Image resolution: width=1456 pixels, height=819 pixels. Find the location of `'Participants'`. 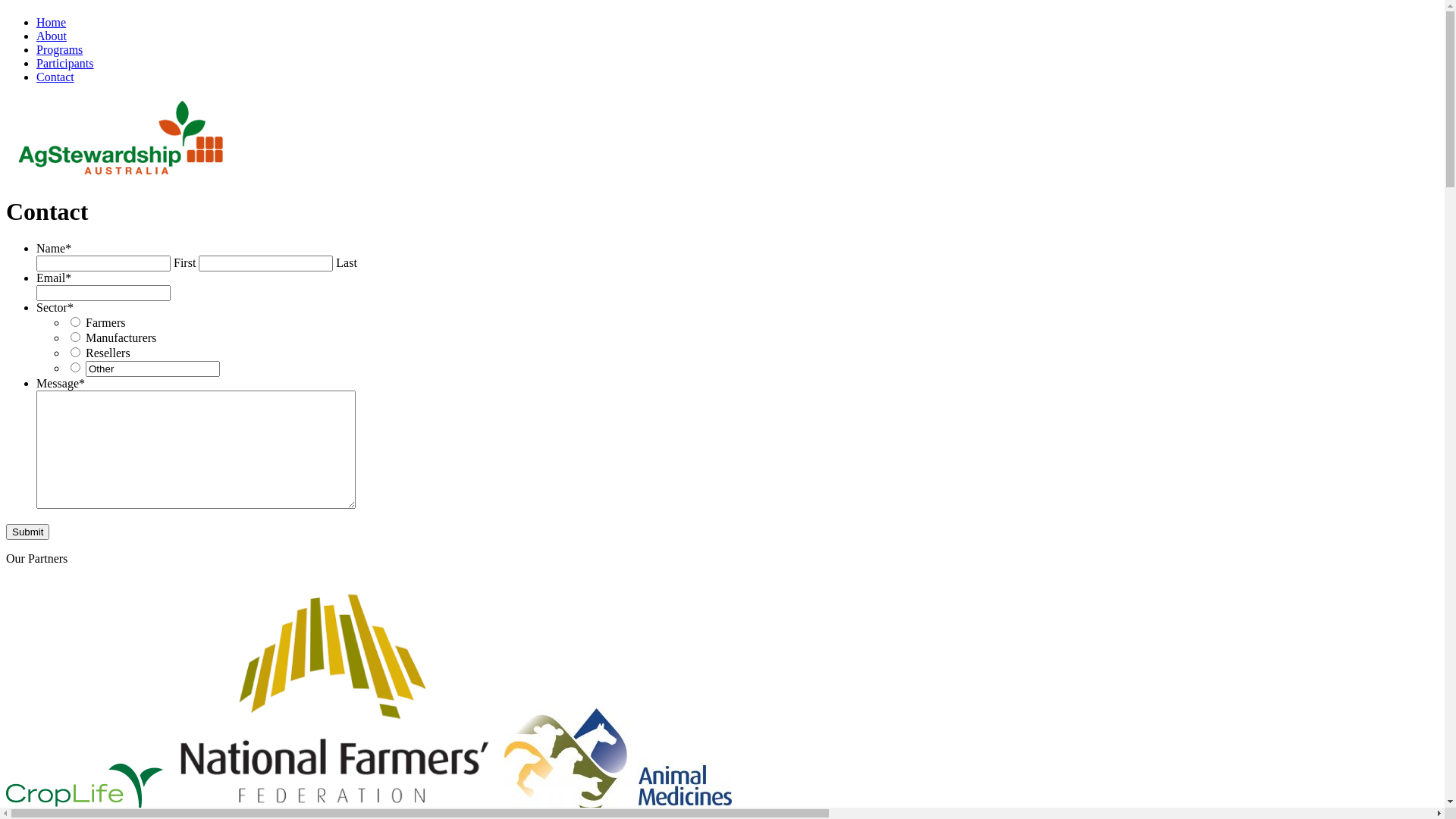

'Participants' is located at coordinates (36, 62).